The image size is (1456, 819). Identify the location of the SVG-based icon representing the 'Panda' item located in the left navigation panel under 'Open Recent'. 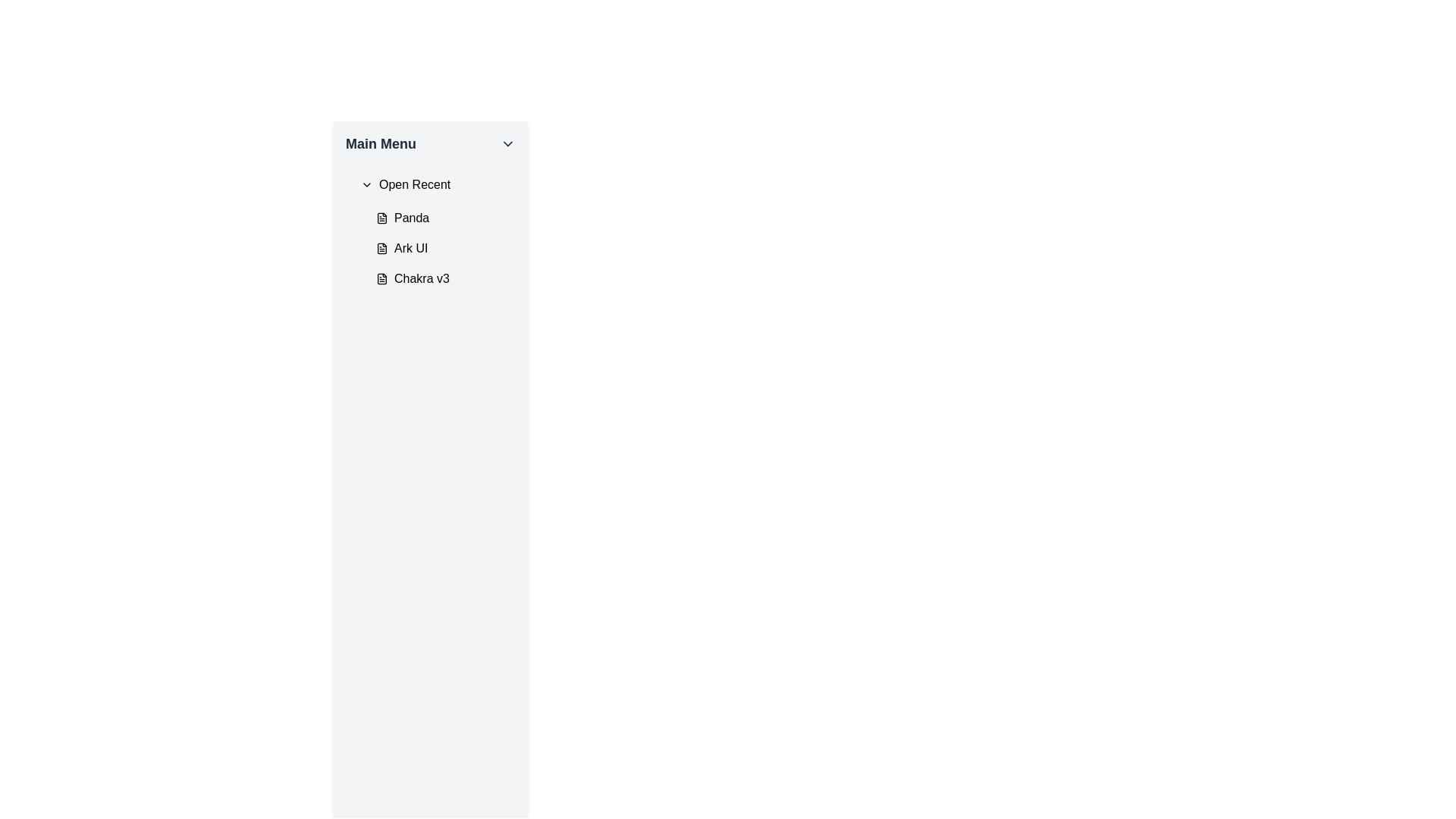
(382, 218).